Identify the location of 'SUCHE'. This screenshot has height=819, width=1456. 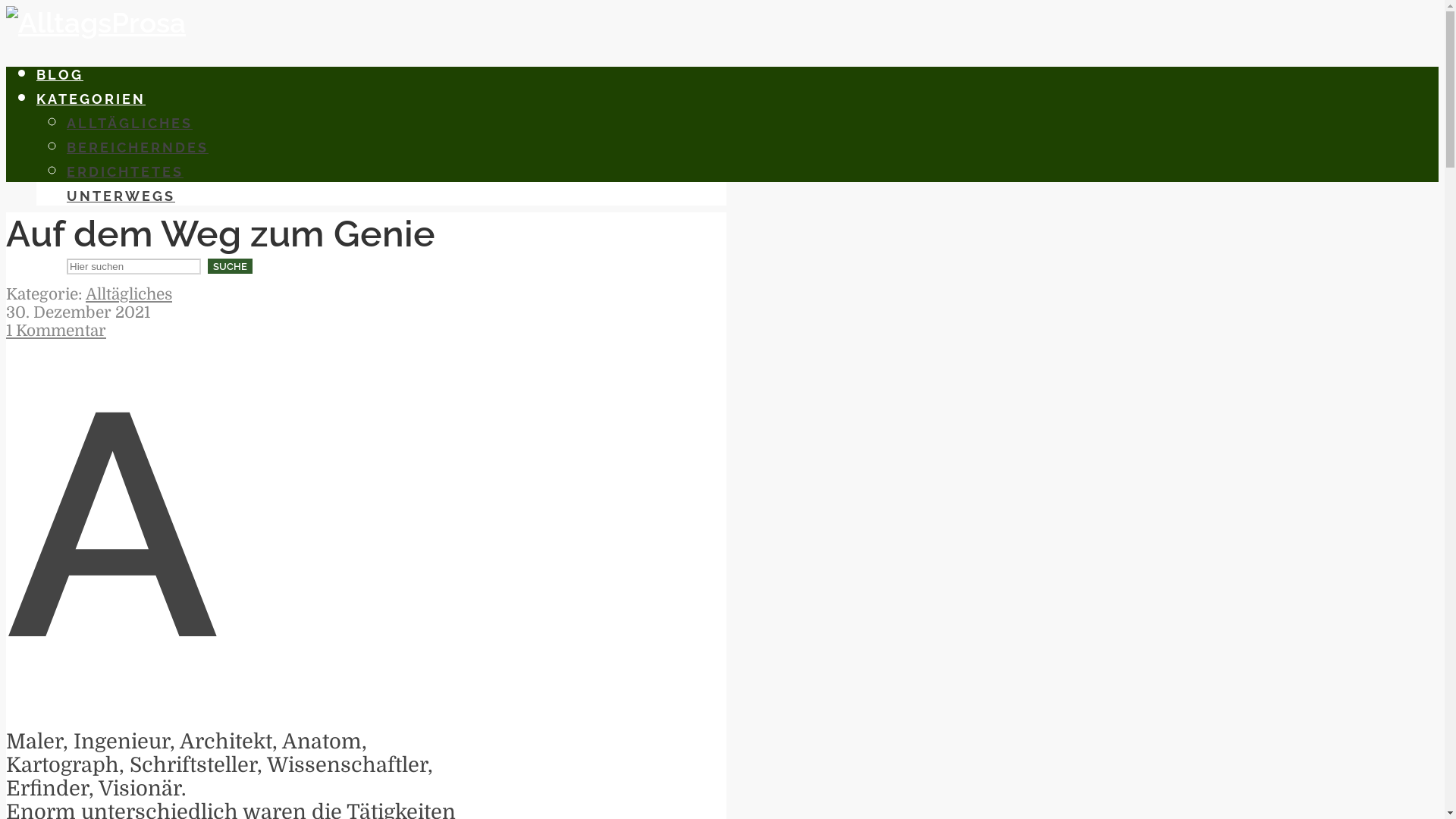
(229, 265).